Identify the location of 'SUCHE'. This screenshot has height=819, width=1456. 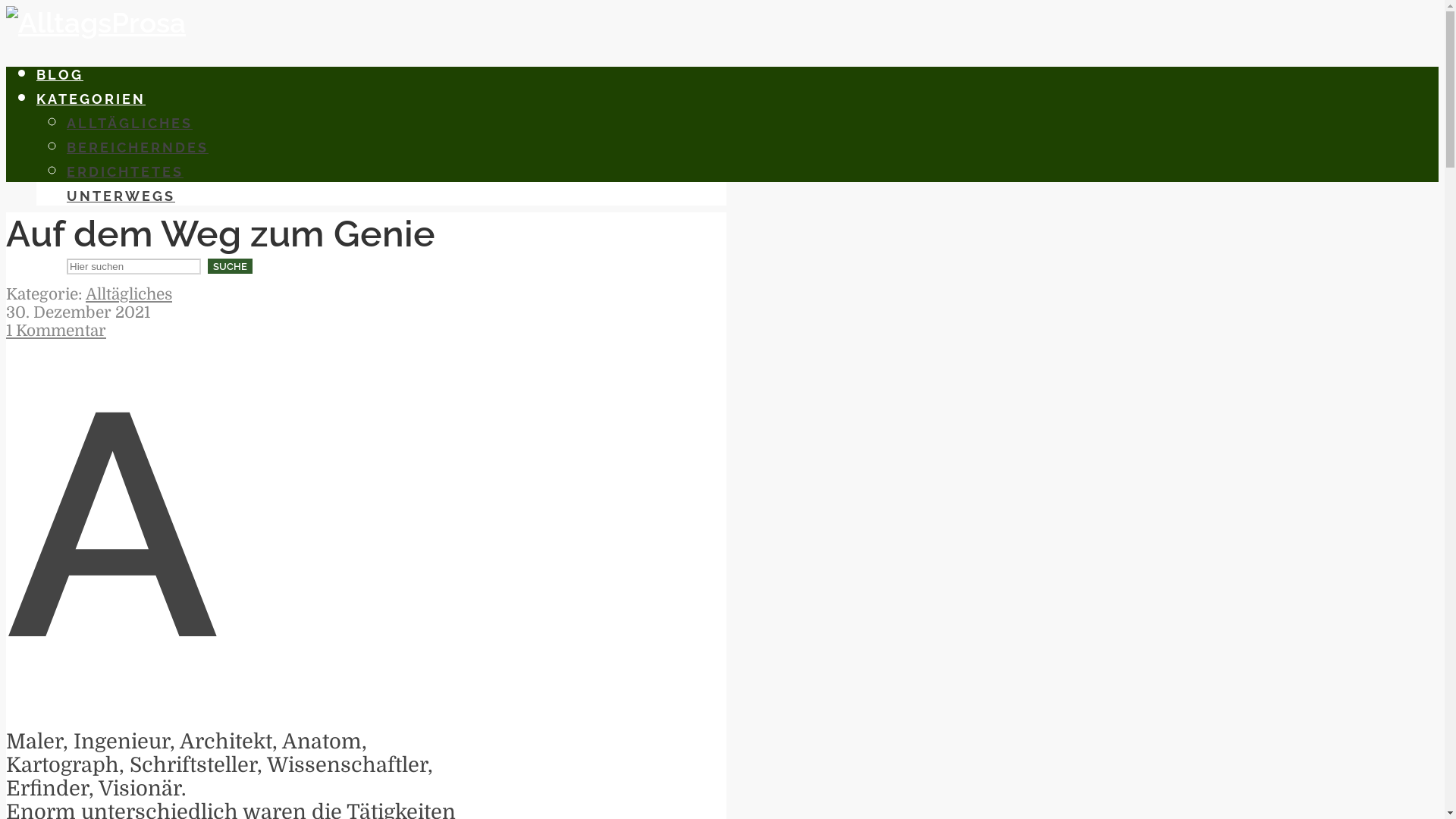
(229, 265).